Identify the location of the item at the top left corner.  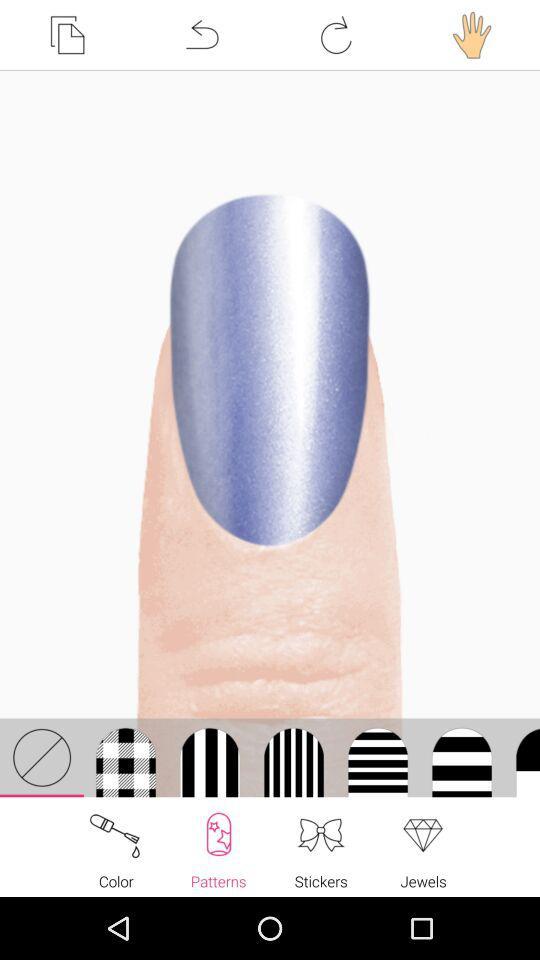
(67, 34).